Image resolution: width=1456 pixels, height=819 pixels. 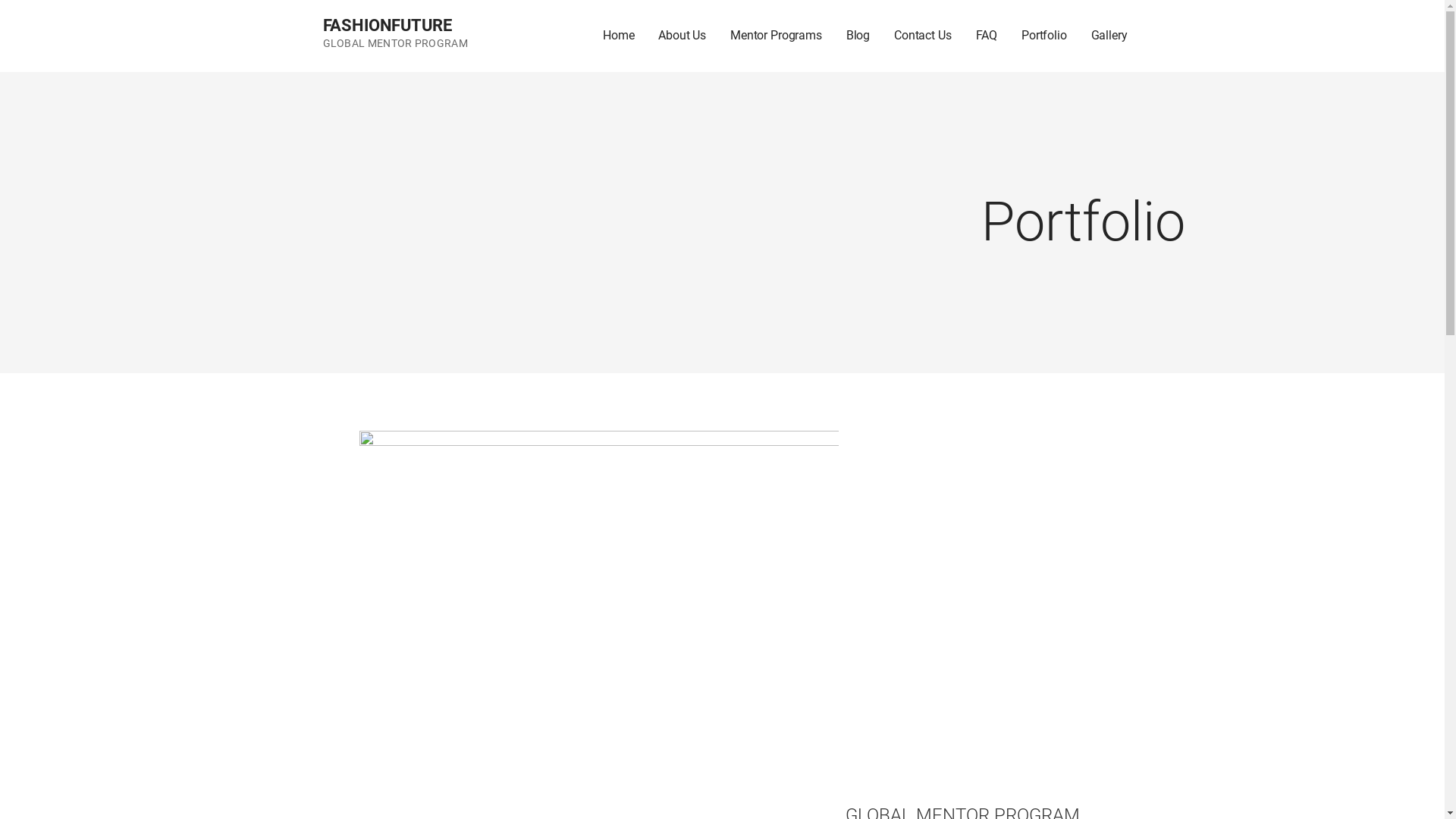 I want to click on 'Contact Us', so click(x=881, y=35).